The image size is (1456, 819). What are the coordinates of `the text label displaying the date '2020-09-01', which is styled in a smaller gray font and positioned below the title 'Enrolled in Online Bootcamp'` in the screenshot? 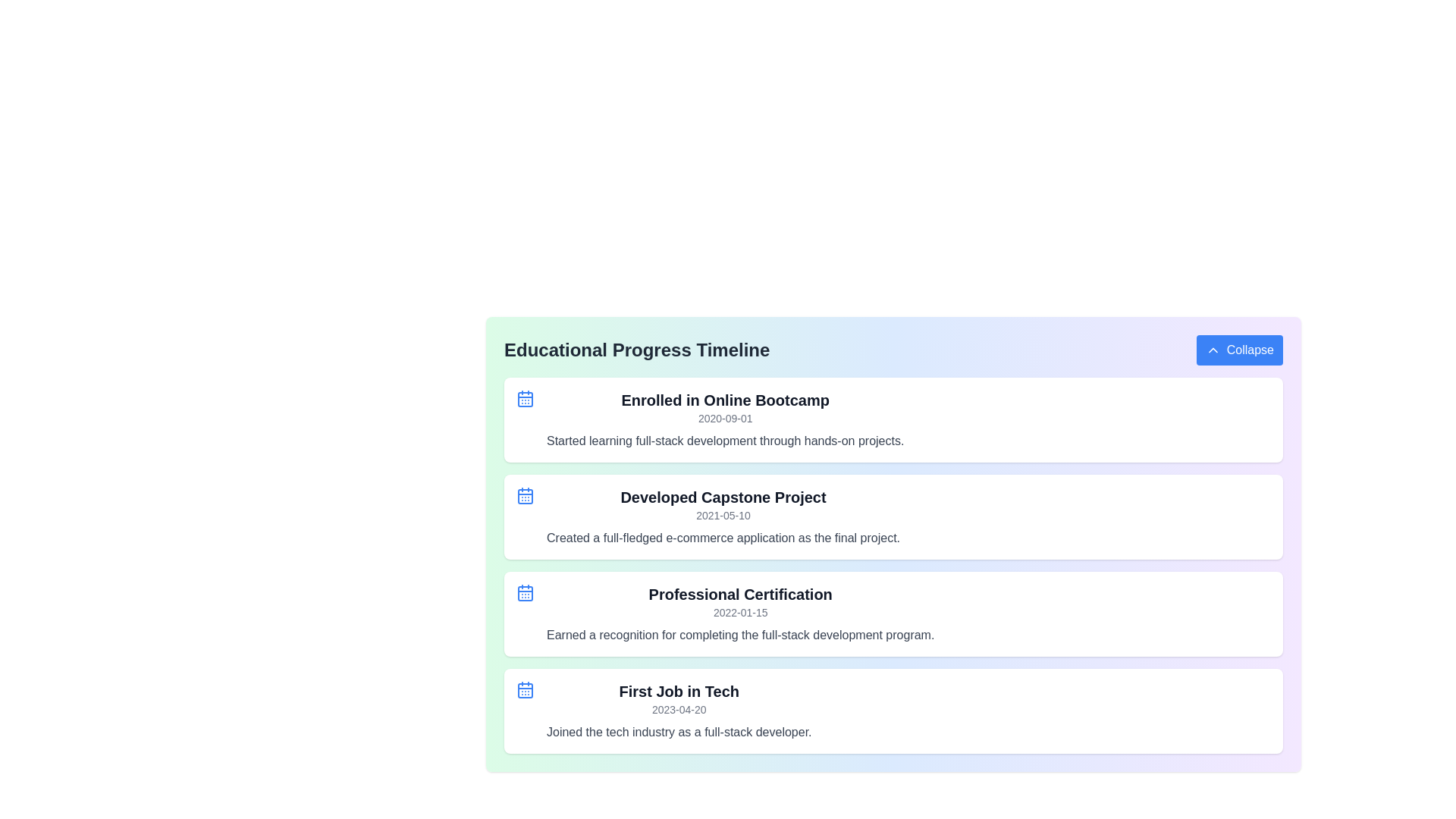 It's located at (724, 418).